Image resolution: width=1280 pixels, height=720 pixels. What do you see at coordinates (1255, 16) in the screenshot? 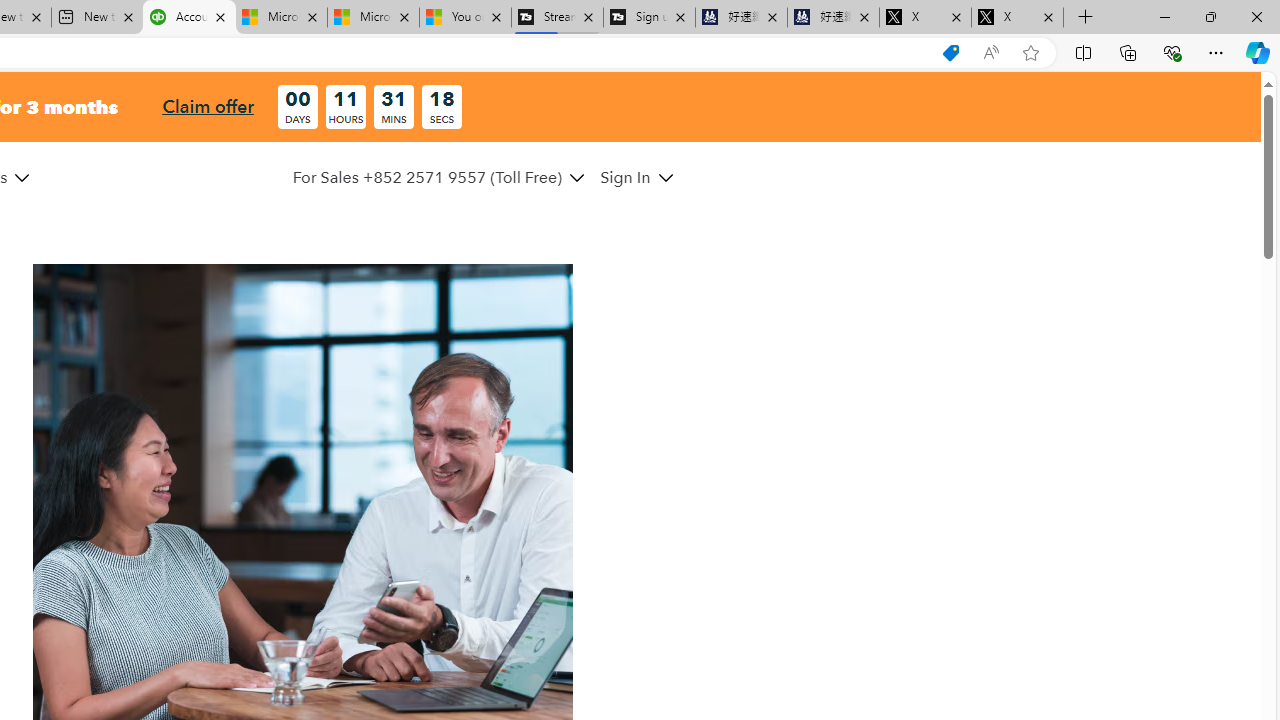
I see `'Close'` at bounding box center [1255, 16].